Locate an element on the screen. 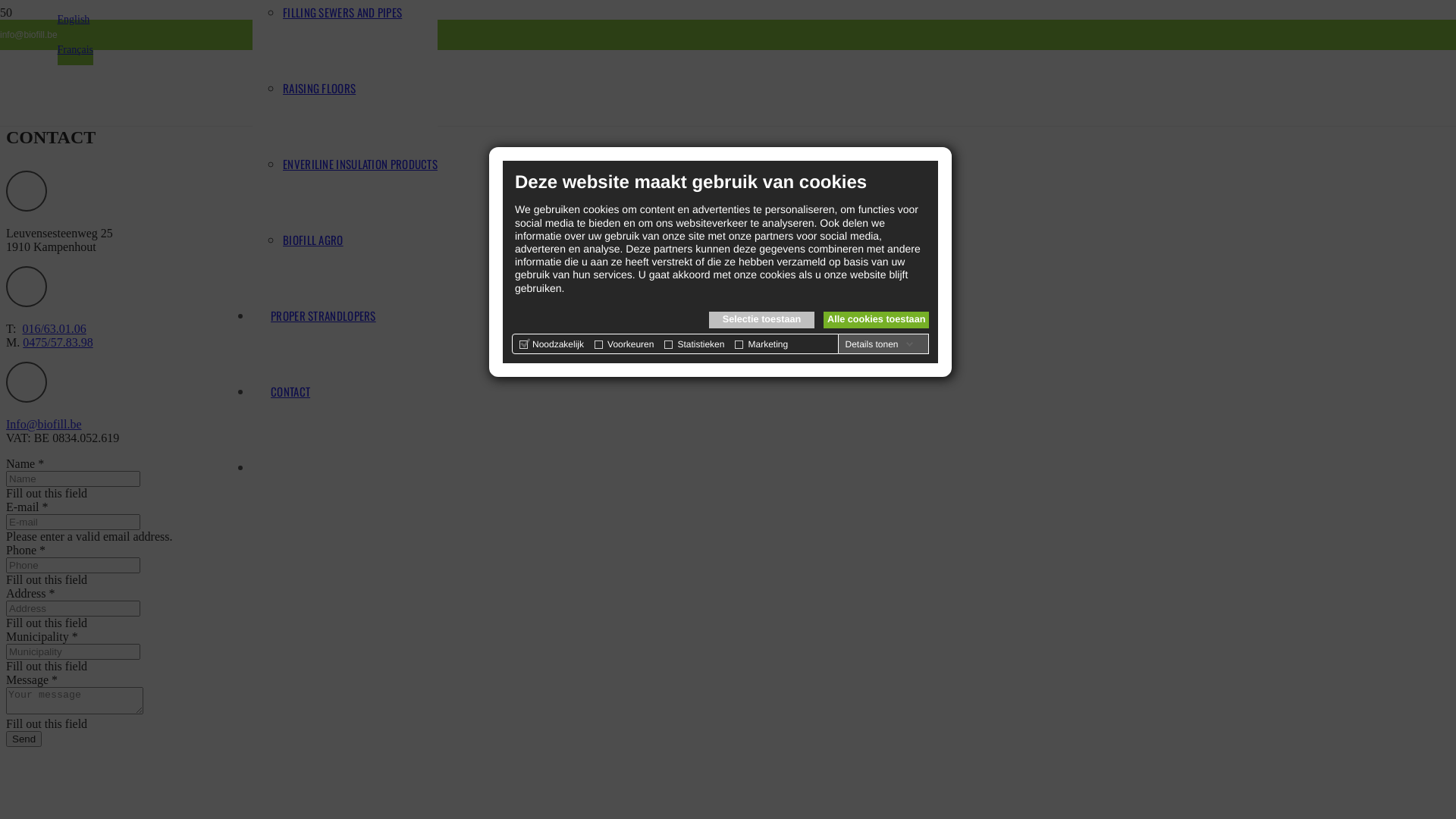 Image resolution: width=1456 pixels, height=819 pixels. 'Alle cookies toestaan' is located at coordinates (876, 318).